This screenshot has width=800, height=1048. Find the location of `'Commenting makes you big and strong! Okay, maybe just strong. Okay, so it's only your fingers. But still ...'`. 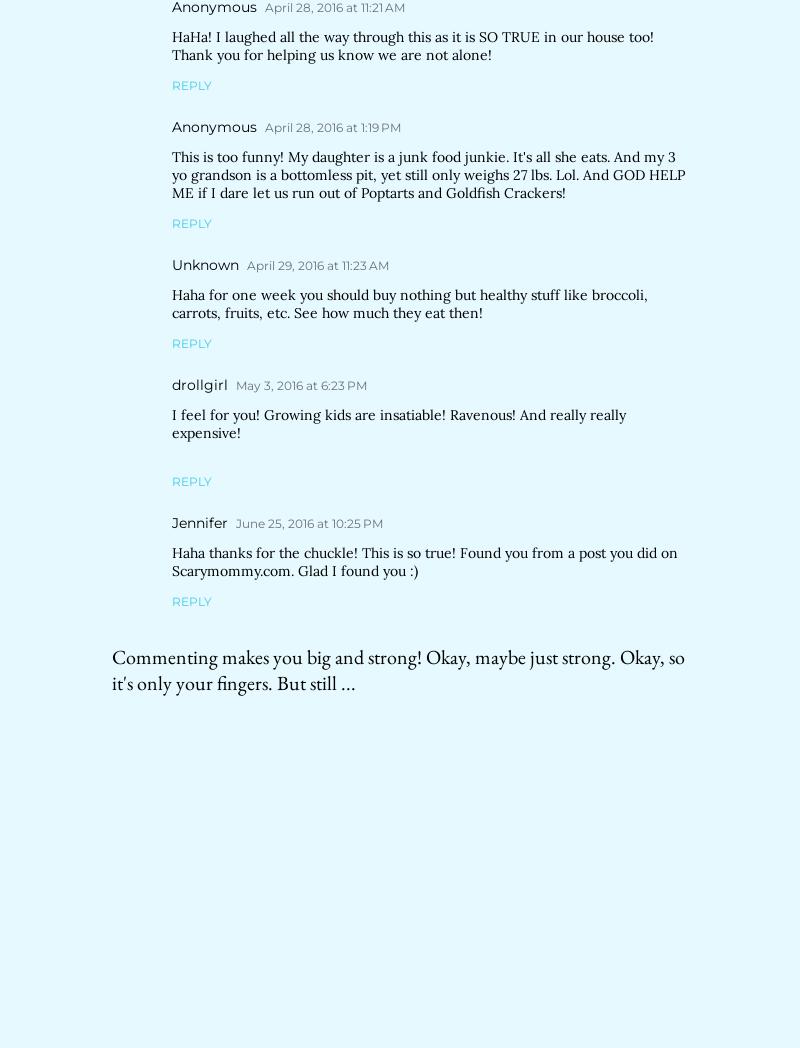

'Commenting makes you big and strong! Okay, maybe just strong. Okay, so it's only your fingers. But still ...' is located at coordinates (111, 669).